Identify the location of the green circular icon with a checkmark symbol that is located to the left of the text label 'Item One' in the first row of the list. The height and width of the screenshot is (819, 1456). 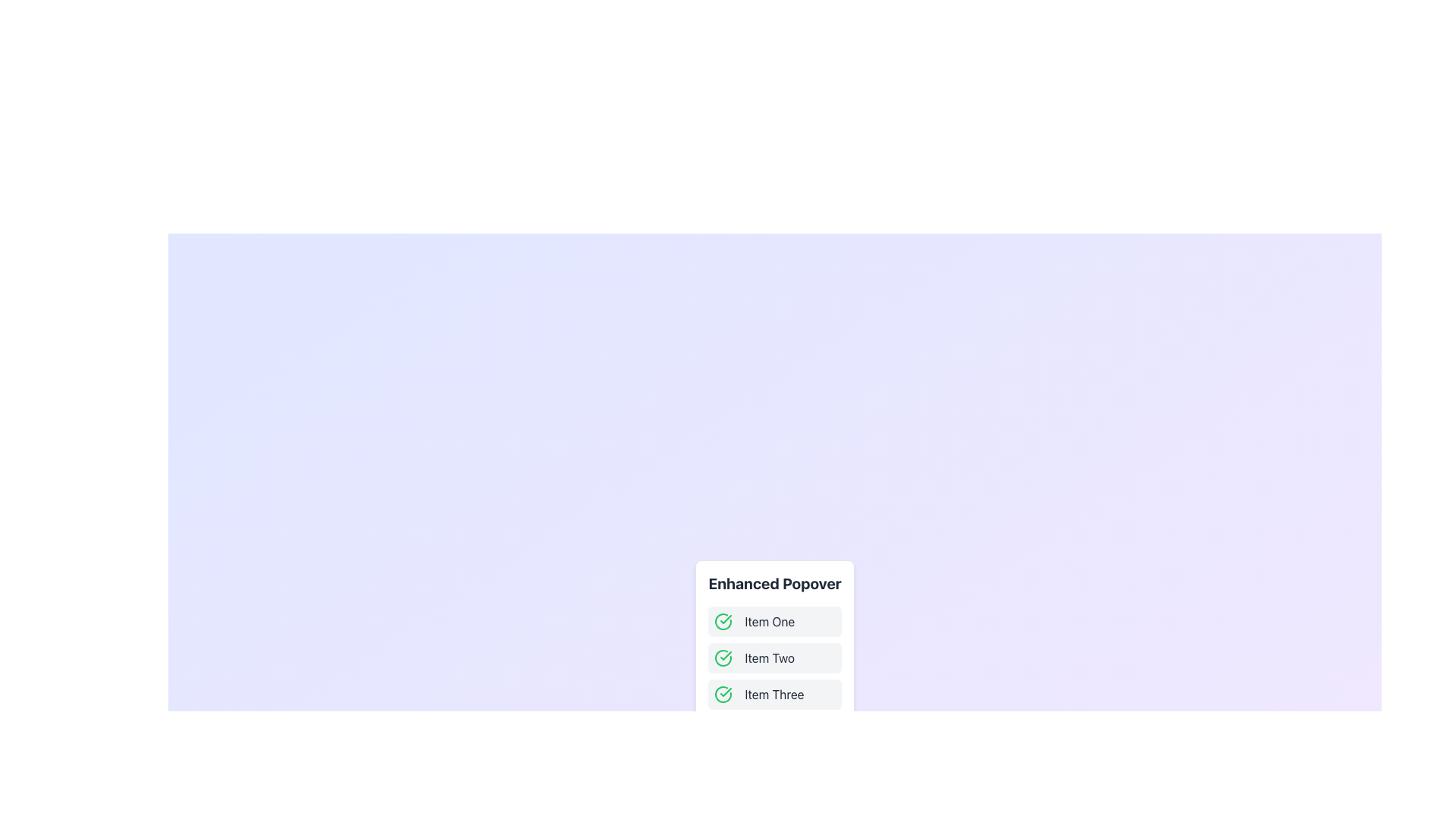
(723, 622).